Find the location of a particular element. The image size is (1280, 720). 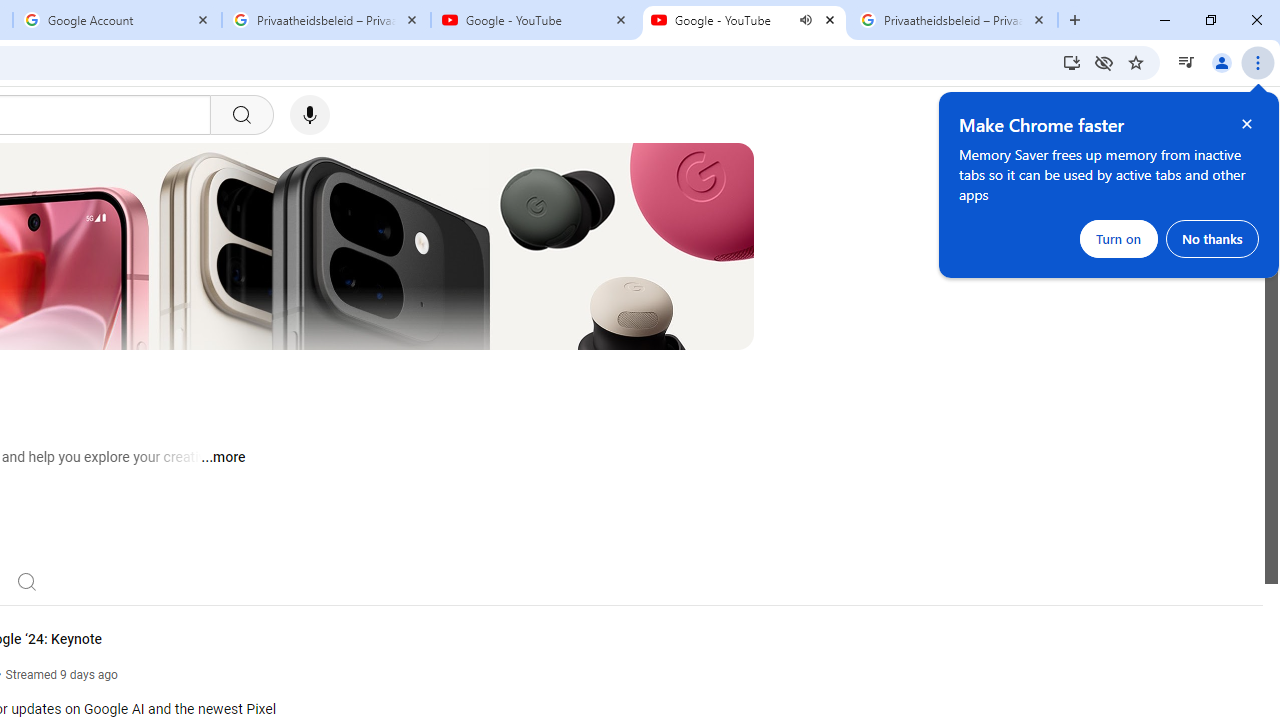

'Install YouTube' is located at coordinates (1071, 61).